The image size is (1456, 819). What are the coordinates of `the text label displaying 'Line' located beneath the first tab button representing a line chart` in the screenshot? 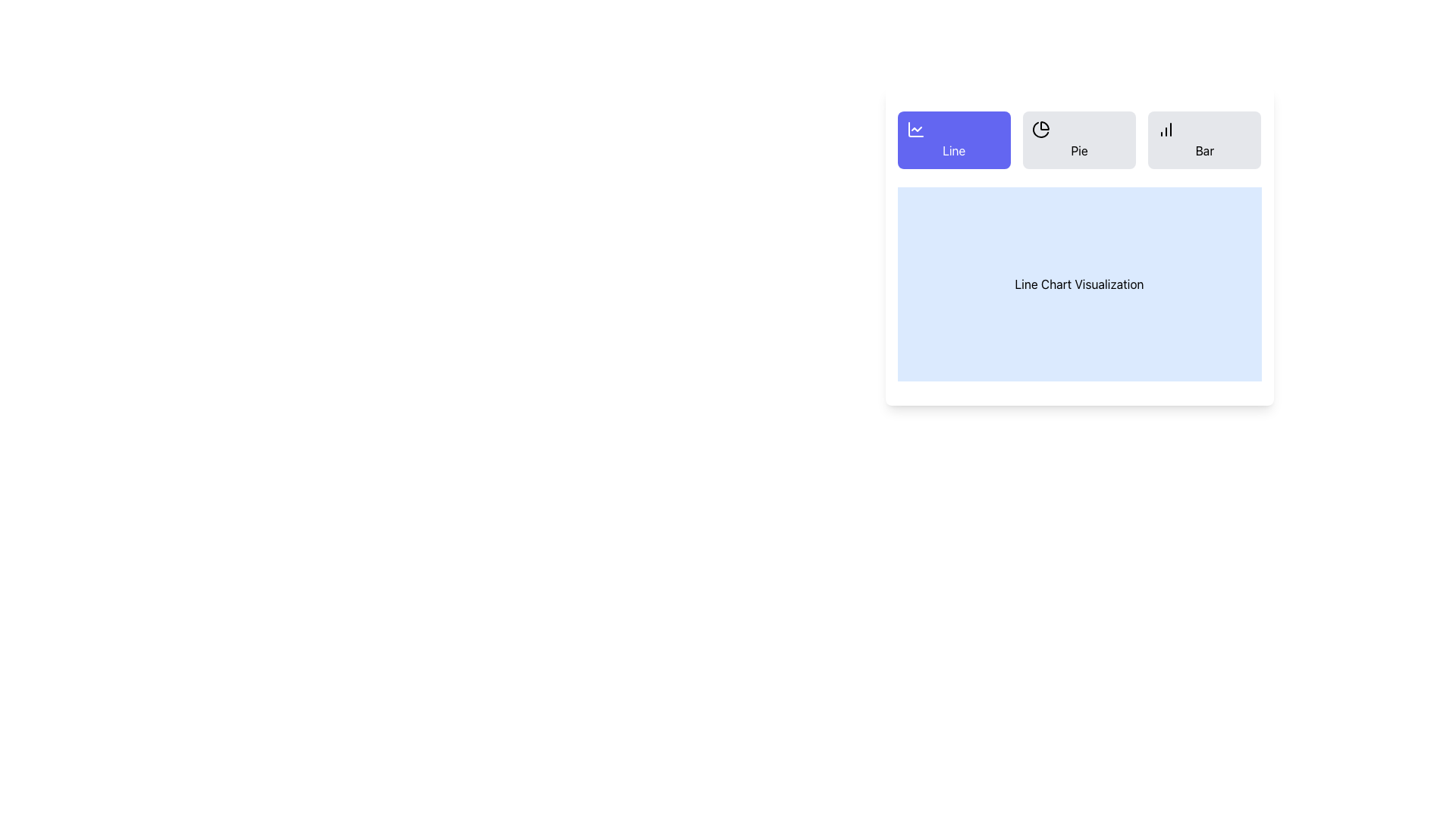 It's located at (952, 151).